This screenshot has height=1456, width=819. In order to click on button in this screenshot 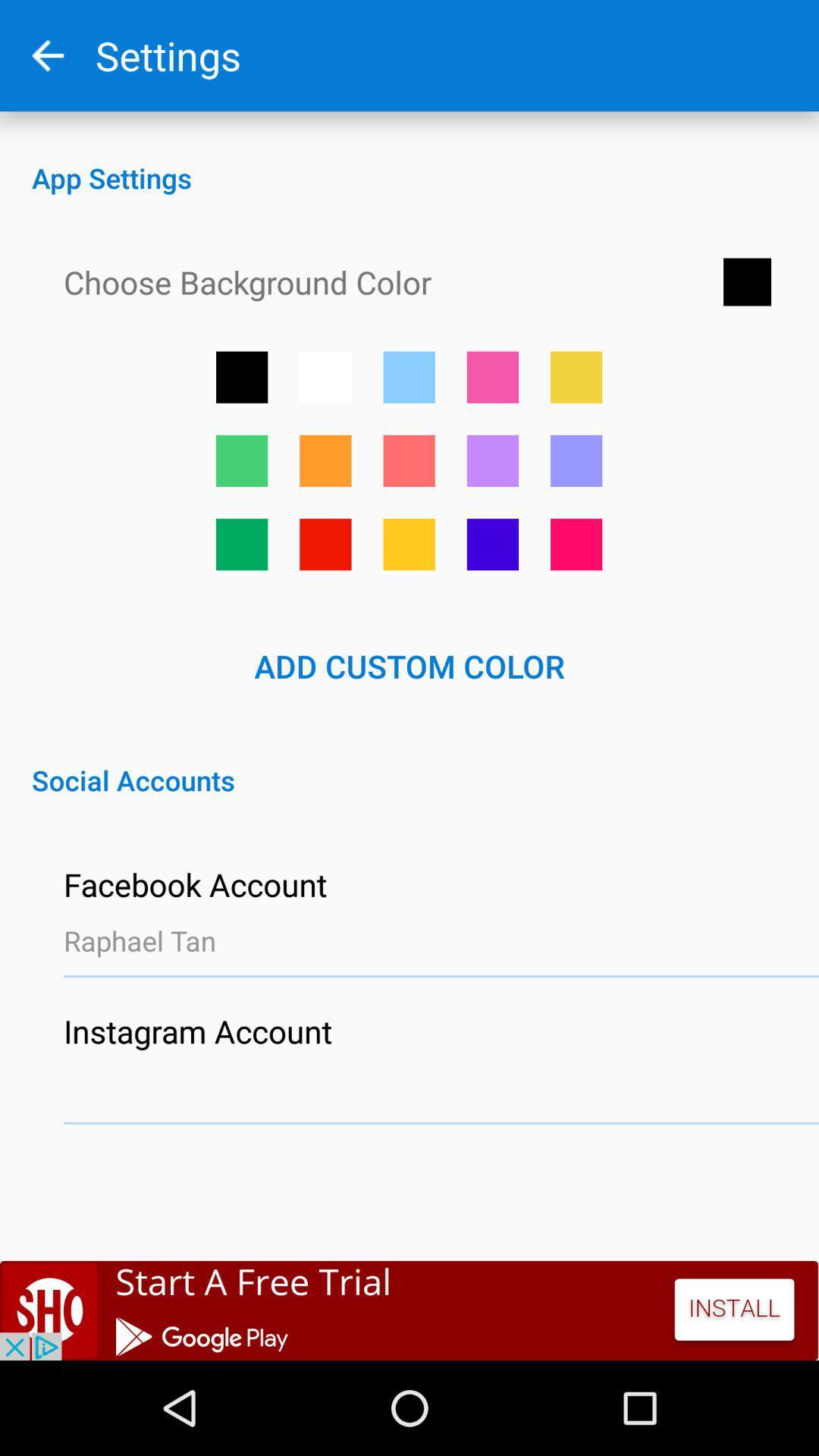, I will do `click(576, 544)`.